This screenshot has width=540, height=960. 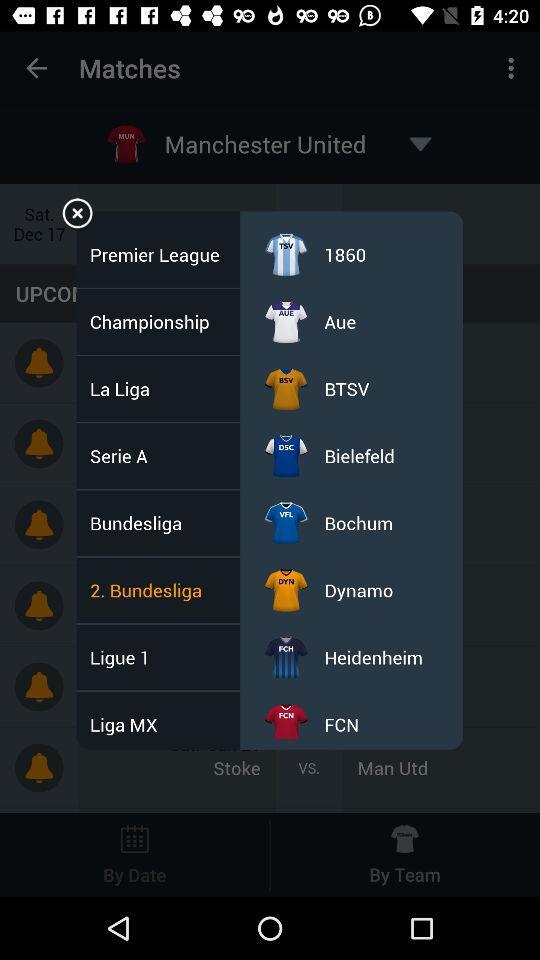 What do you see at coordinates (339, 321) in the screenshot?
I see `the aue icon` at bounding box center [339, 321].